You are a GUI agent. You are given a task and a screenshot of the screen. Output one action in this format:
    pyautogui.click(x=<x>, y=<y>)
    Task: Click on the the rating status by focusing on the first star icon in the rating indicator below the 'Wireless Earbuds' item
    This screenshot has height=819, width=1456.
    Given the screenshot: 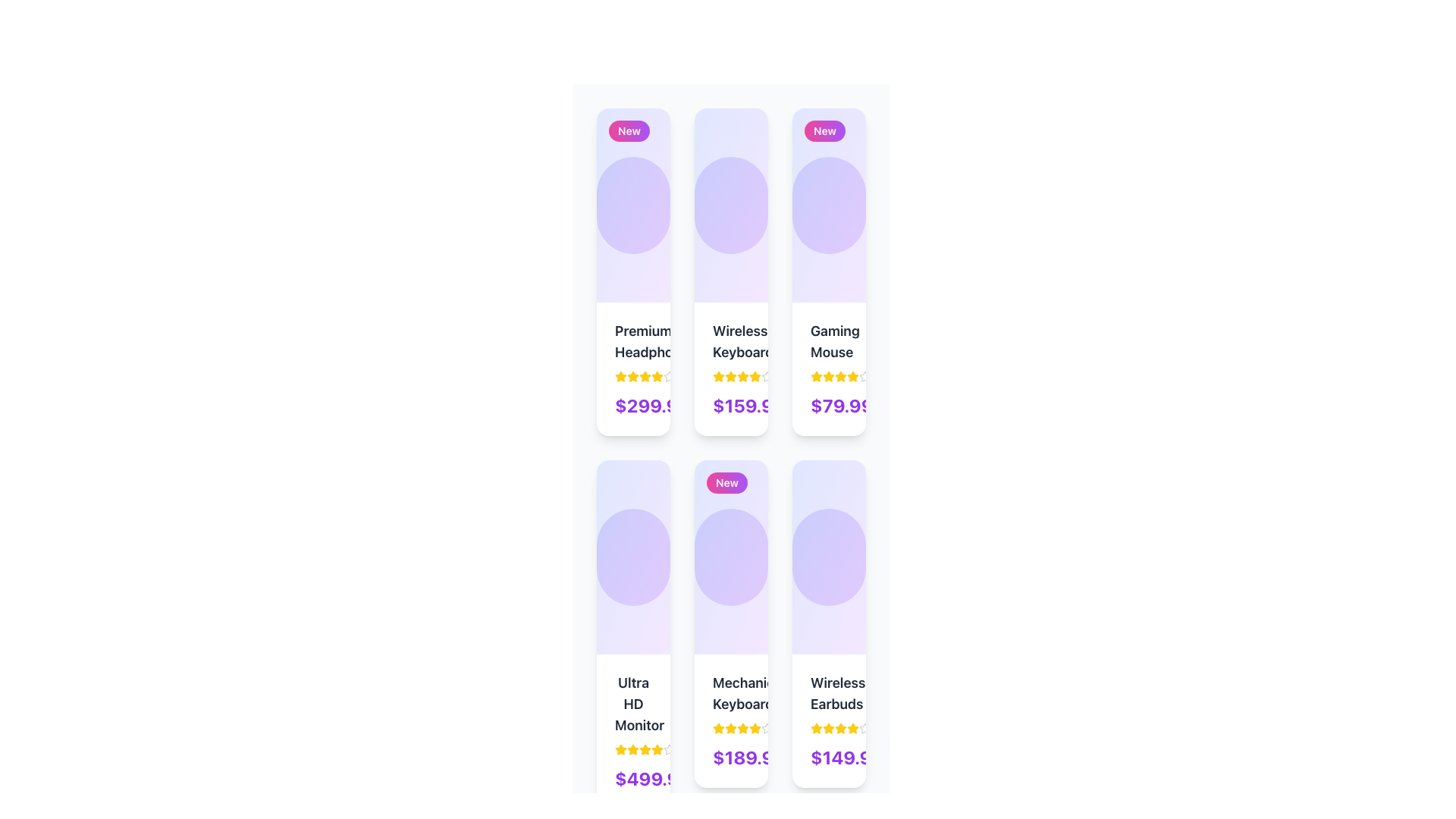 What is the action you would take?
    pyautogui.click(x=815, y=727)
    